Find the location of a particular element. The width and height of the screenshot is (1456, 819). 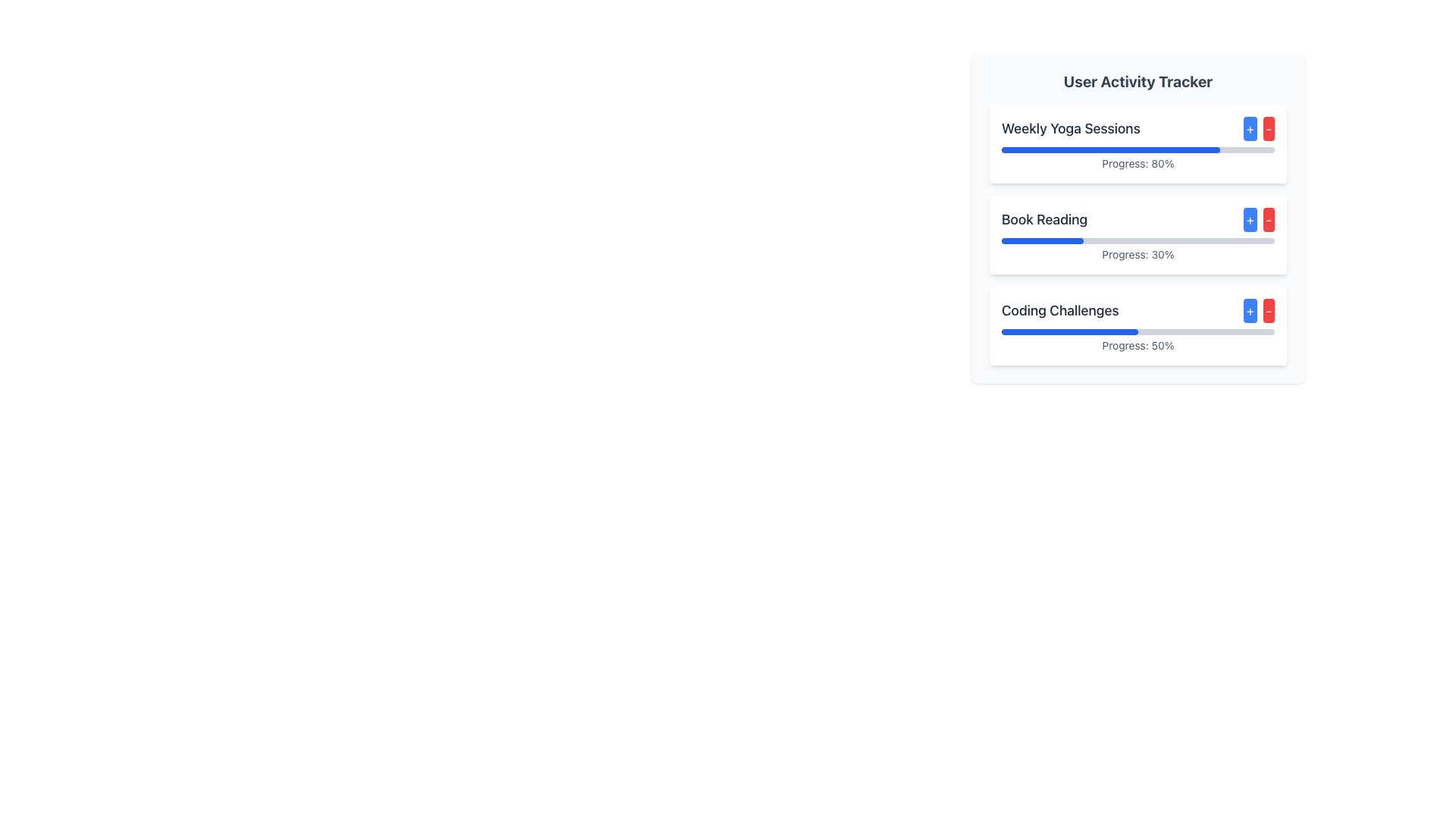

the second button with a red background and white text displaying a hyphen ('-') located to the right of the '+' button in the 'Coding Challenges' card under 'User Activity Tracker' is located at coordinates (1269, 309).